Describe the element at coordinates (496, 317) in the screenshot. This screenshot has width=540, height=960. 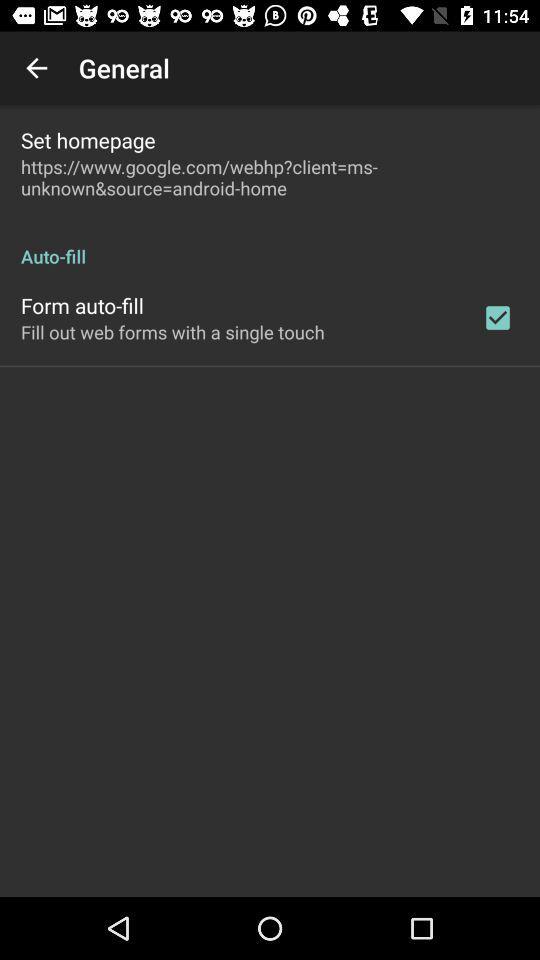
I see `icon at the top right corner` at that location.